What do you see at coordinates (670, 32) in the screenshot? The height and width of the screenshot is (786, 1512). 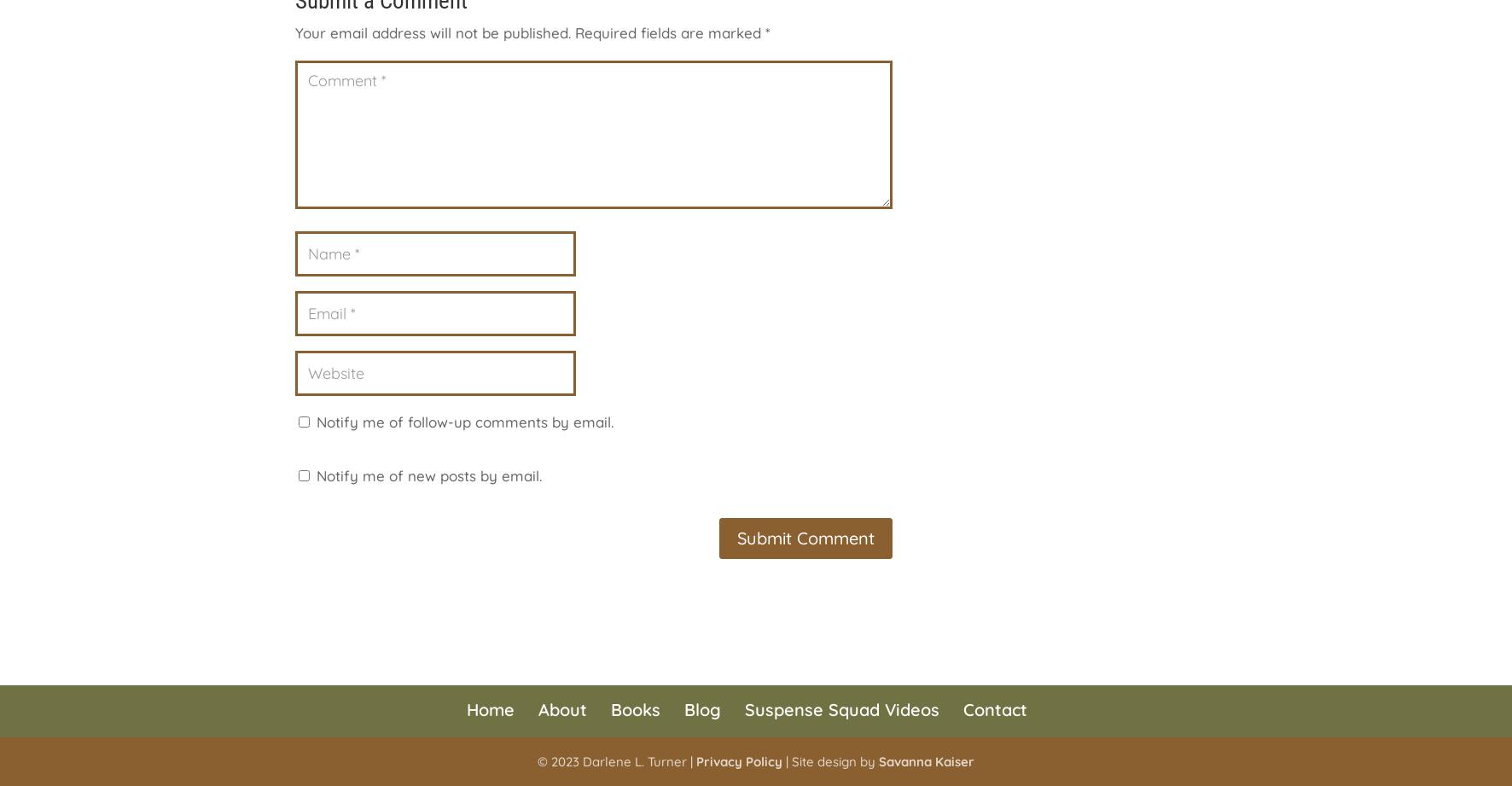 I see `'Required fields are marked'` at bounding box center [670, 32].